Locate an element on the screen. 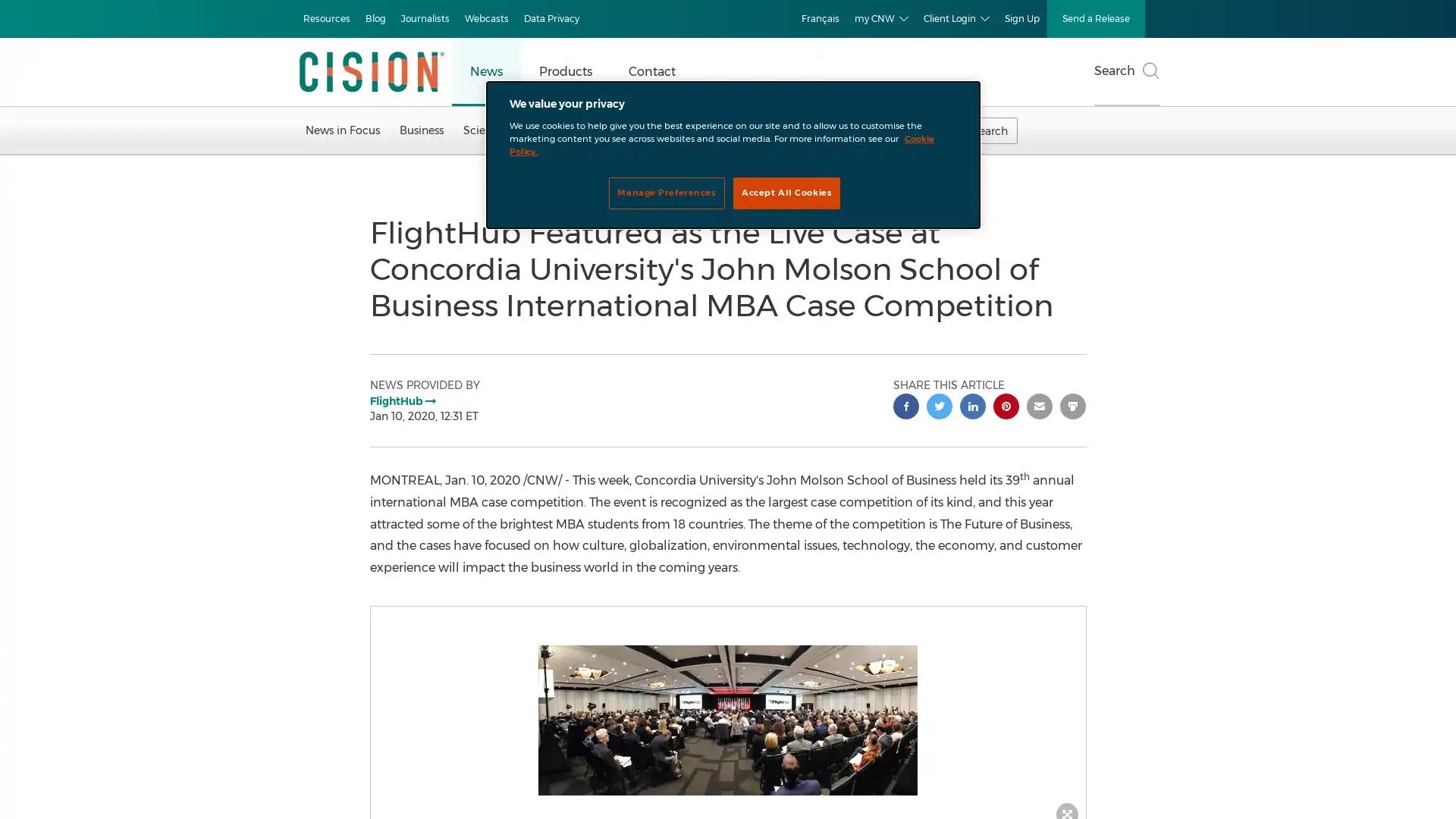  Accept All Cookies is located at coordinates (786, 192).